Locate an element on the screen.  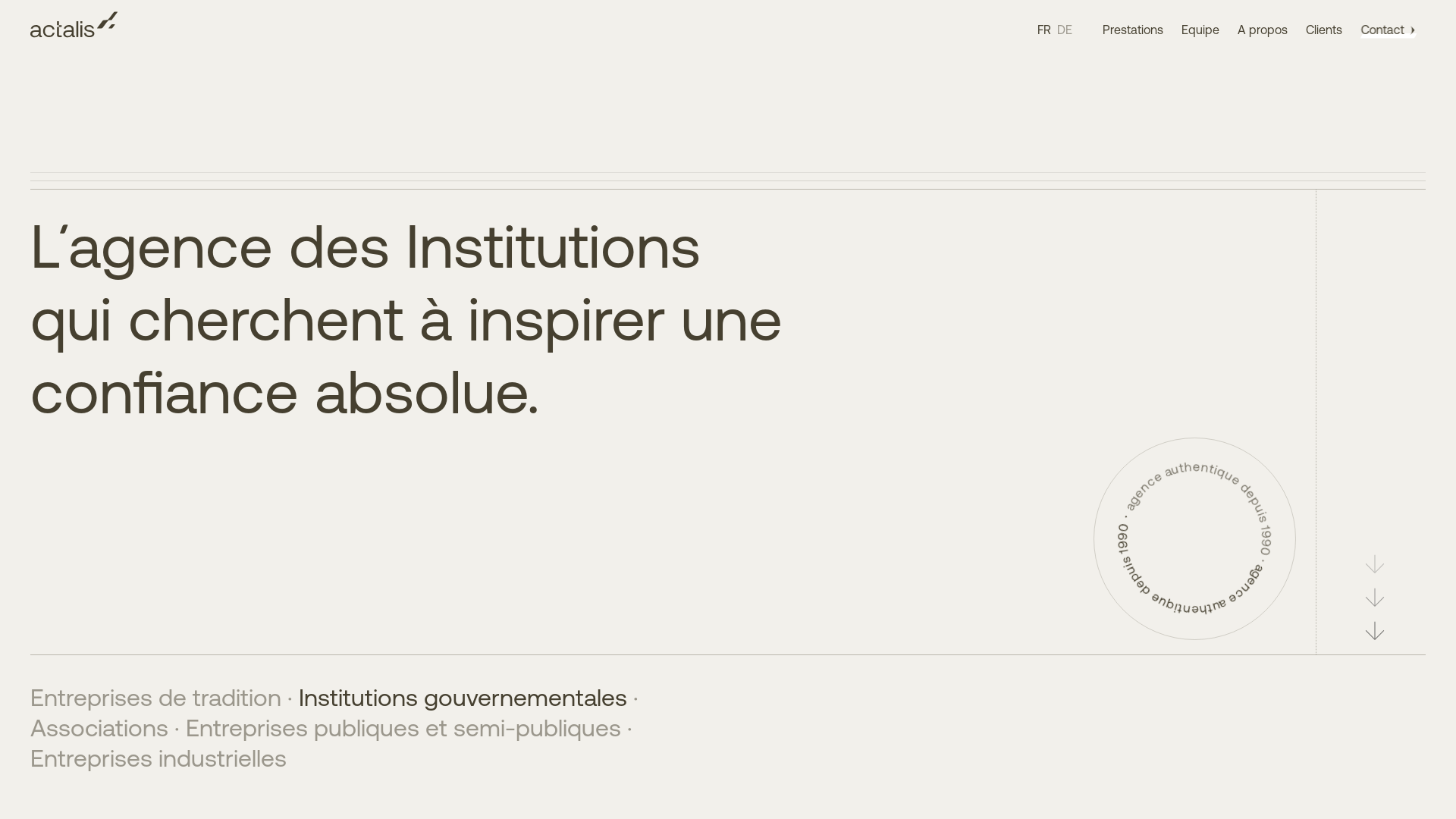
'A propos' is located at coordinates (1263, 30).